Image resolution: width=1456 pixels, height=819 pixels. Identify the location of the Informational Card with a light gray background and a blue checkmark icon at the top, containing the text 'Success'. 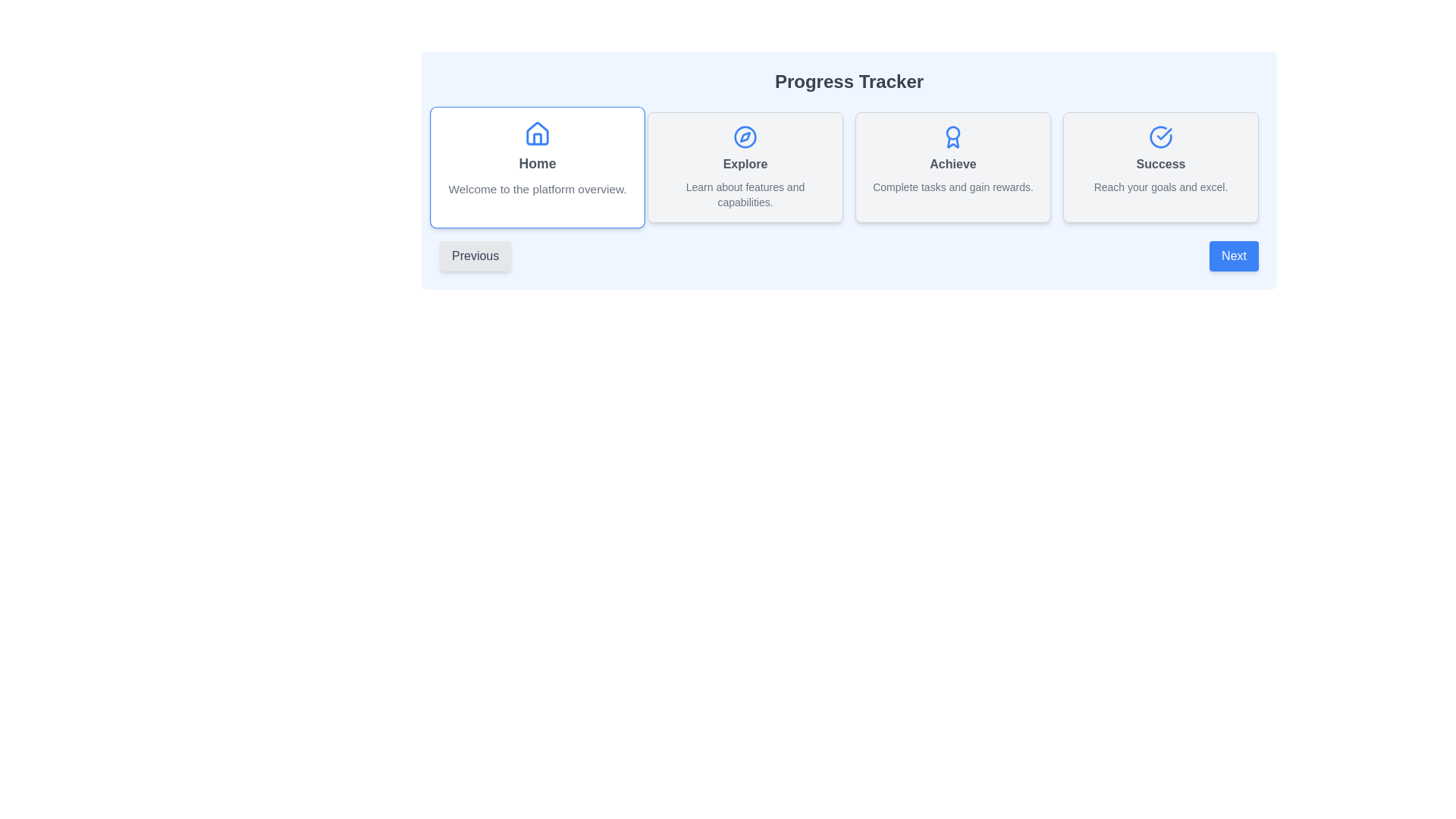
(1160, 167).